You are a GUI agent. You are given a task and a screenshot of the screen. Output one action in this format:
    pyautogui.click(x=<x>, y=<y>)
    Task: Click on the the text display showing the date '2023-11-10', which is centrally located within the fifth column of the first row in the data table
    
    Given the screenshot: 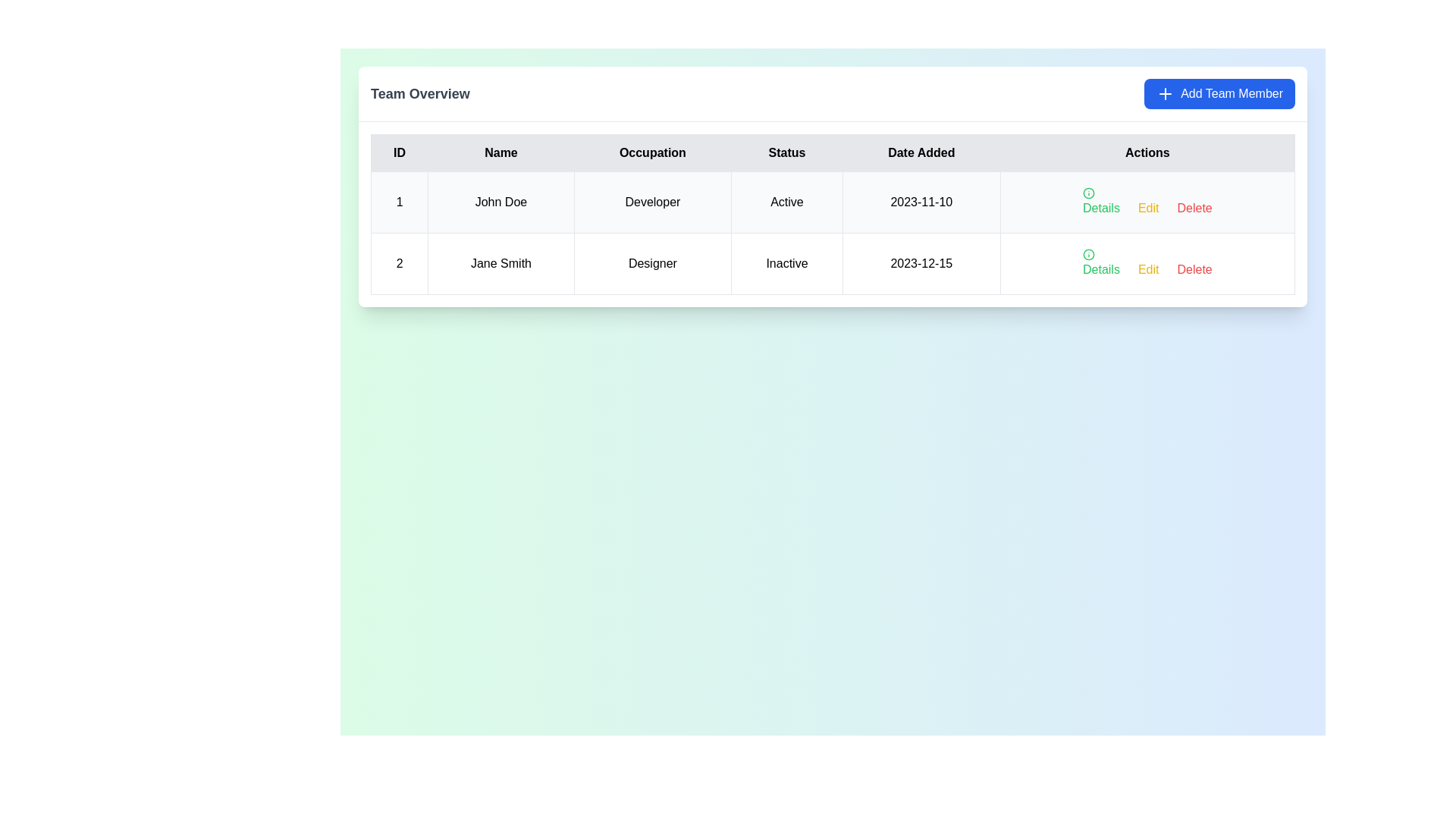 What is the action you would take?
    pyautogui.click(x=921, y=201)
    